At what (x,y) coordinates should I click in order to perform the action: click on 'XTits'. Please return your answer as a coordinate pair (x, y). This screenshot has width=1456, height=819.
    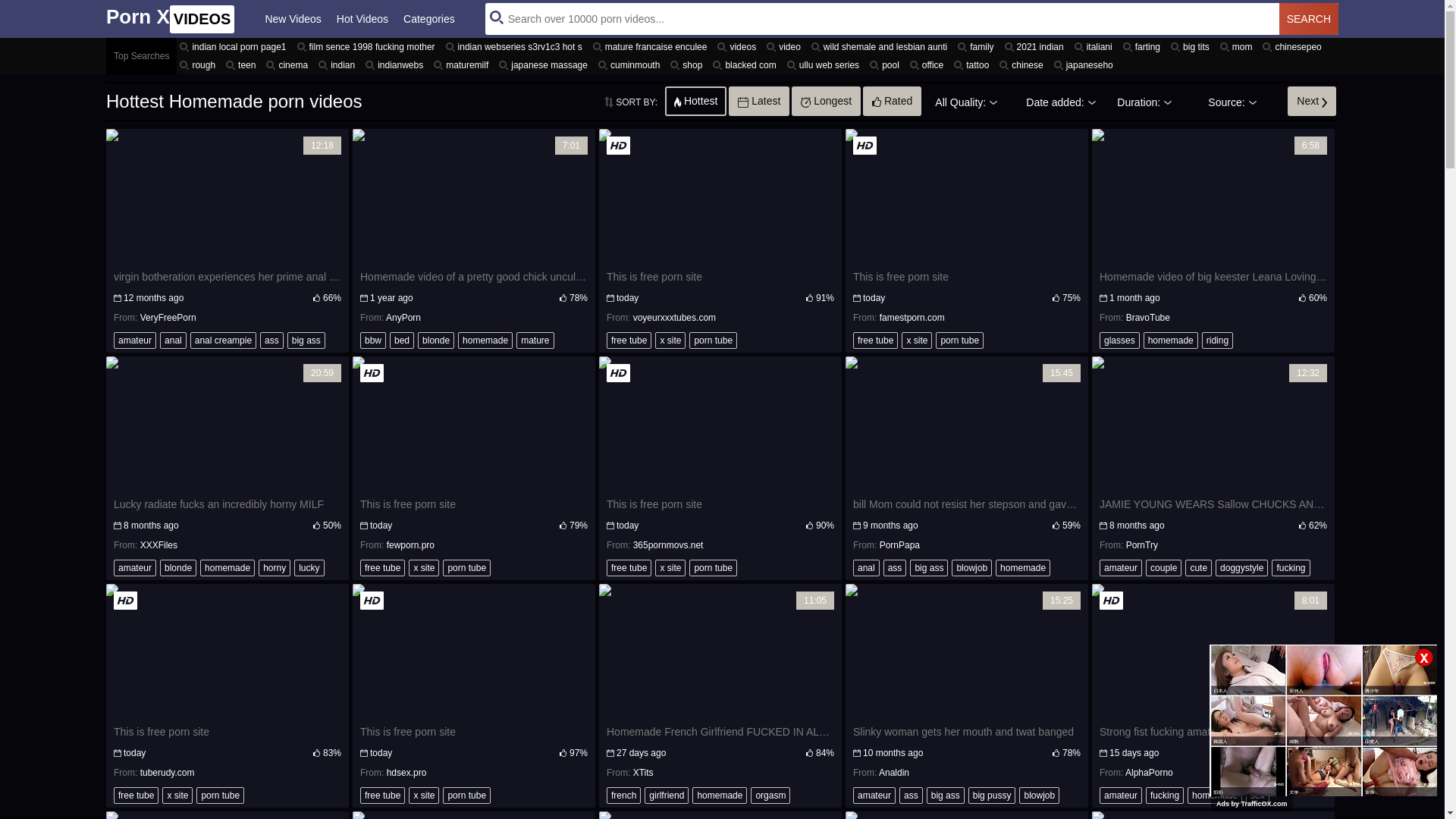
    Looking at the image, I should click on (633, 772).